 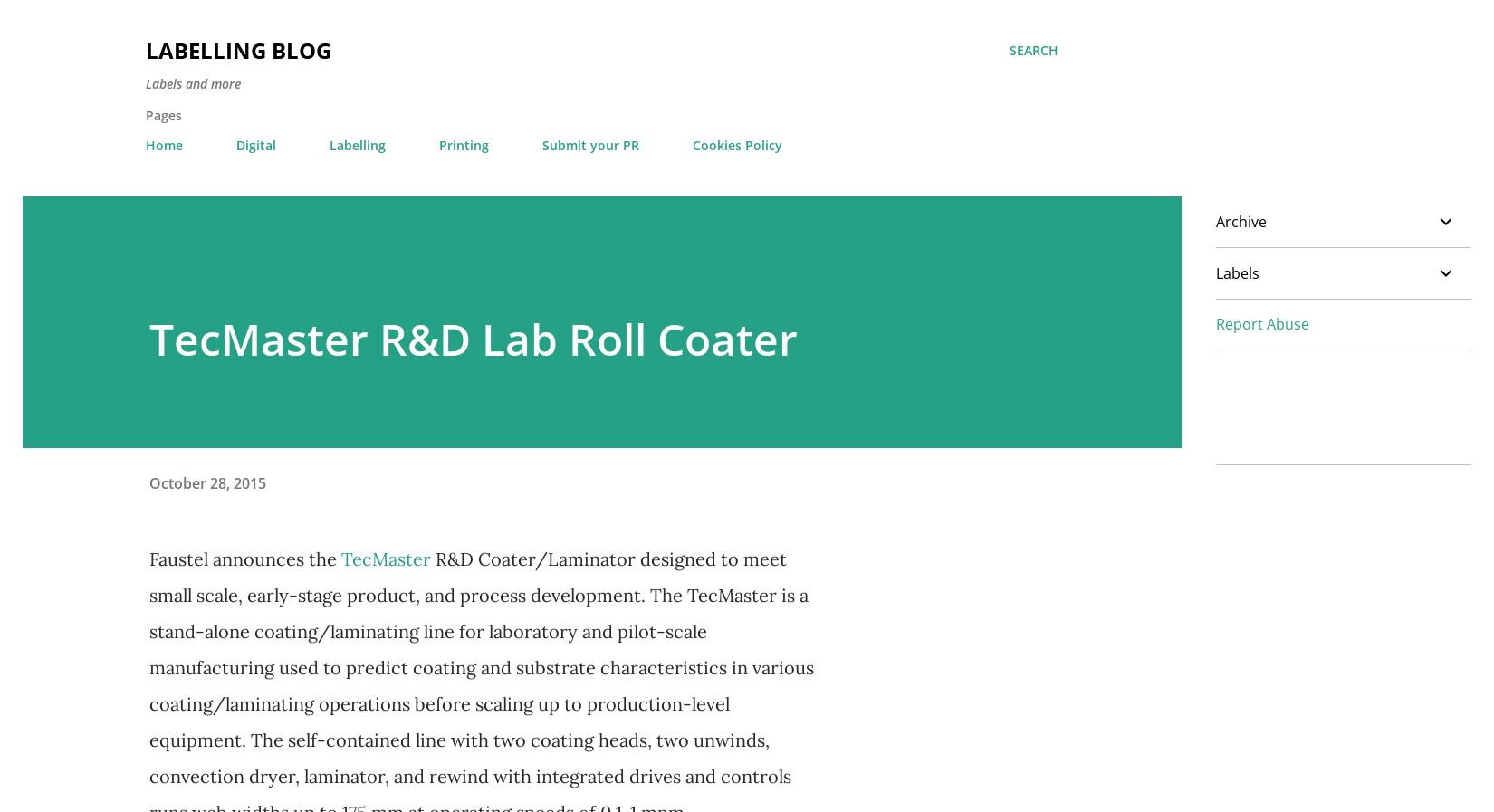 I want to click on 'Labels and more', so click(x=193, y=82).